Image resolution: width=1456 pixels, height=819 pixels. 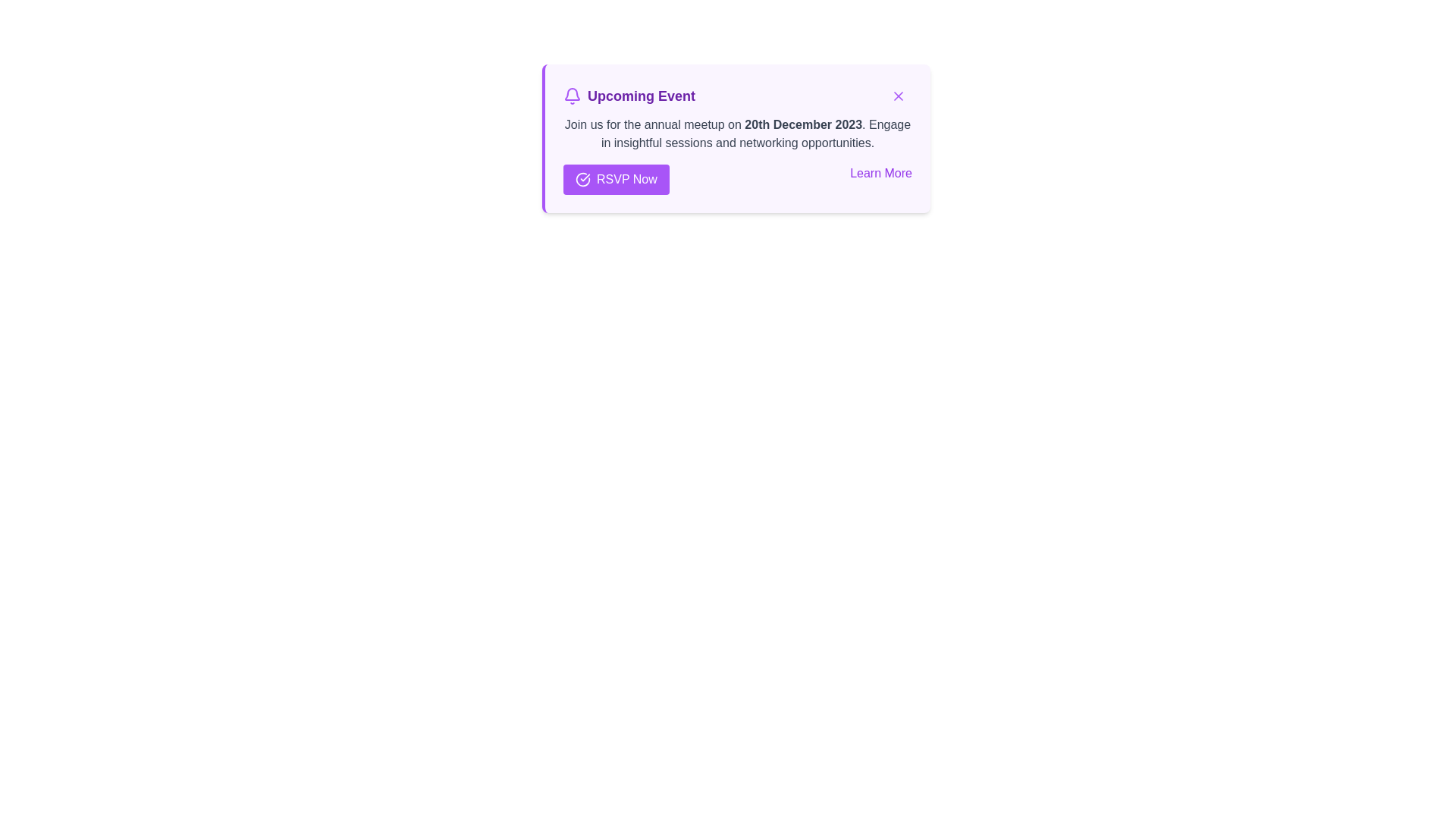 I want to click on the text element displaying '20th December 2023' within the notification card titled 'Upcoming Event', so click(x=802, y=124).